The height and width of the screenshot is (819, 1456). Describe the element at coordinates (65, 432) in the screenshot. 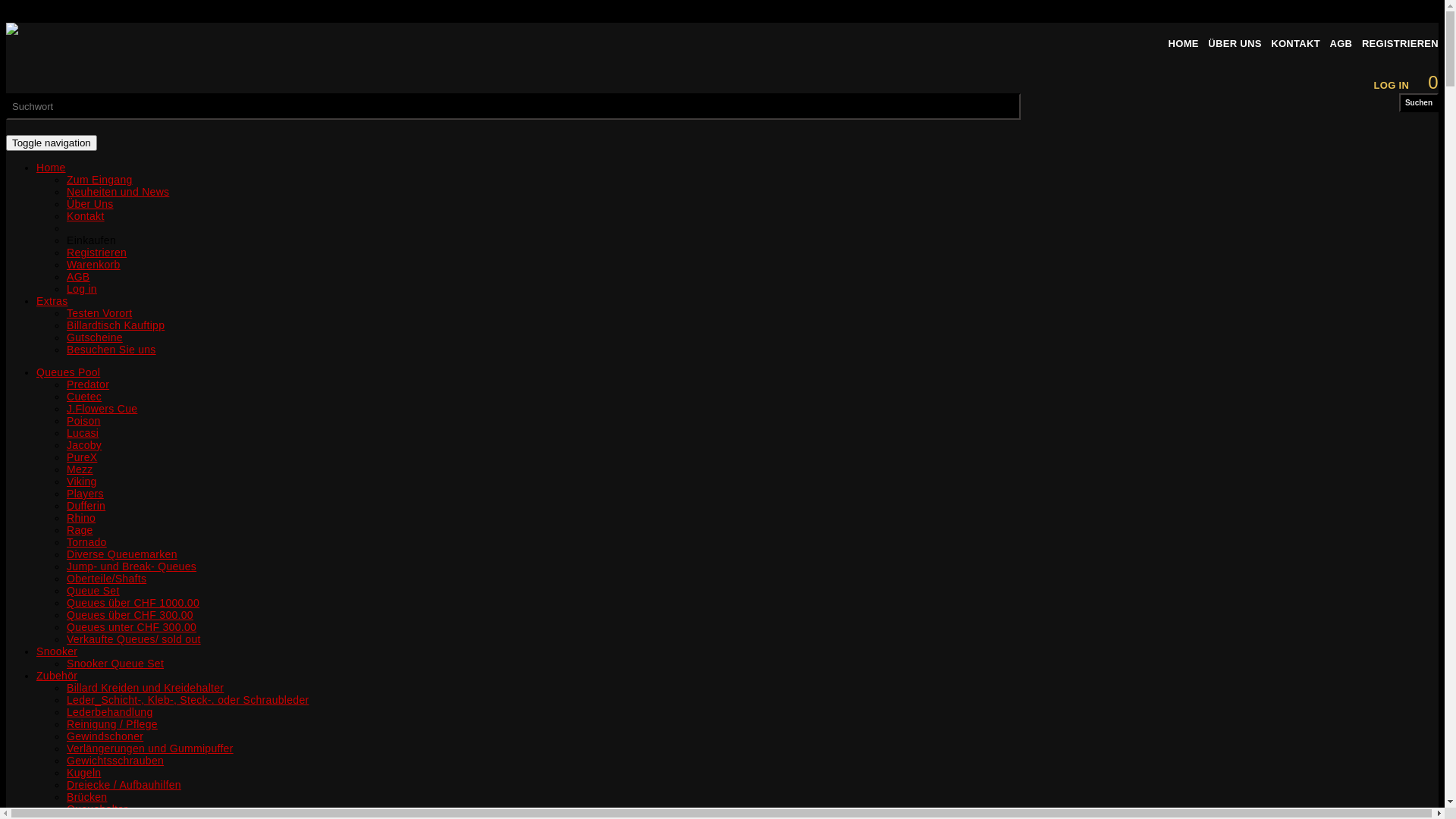

I see `'Lucasi'` at that location.